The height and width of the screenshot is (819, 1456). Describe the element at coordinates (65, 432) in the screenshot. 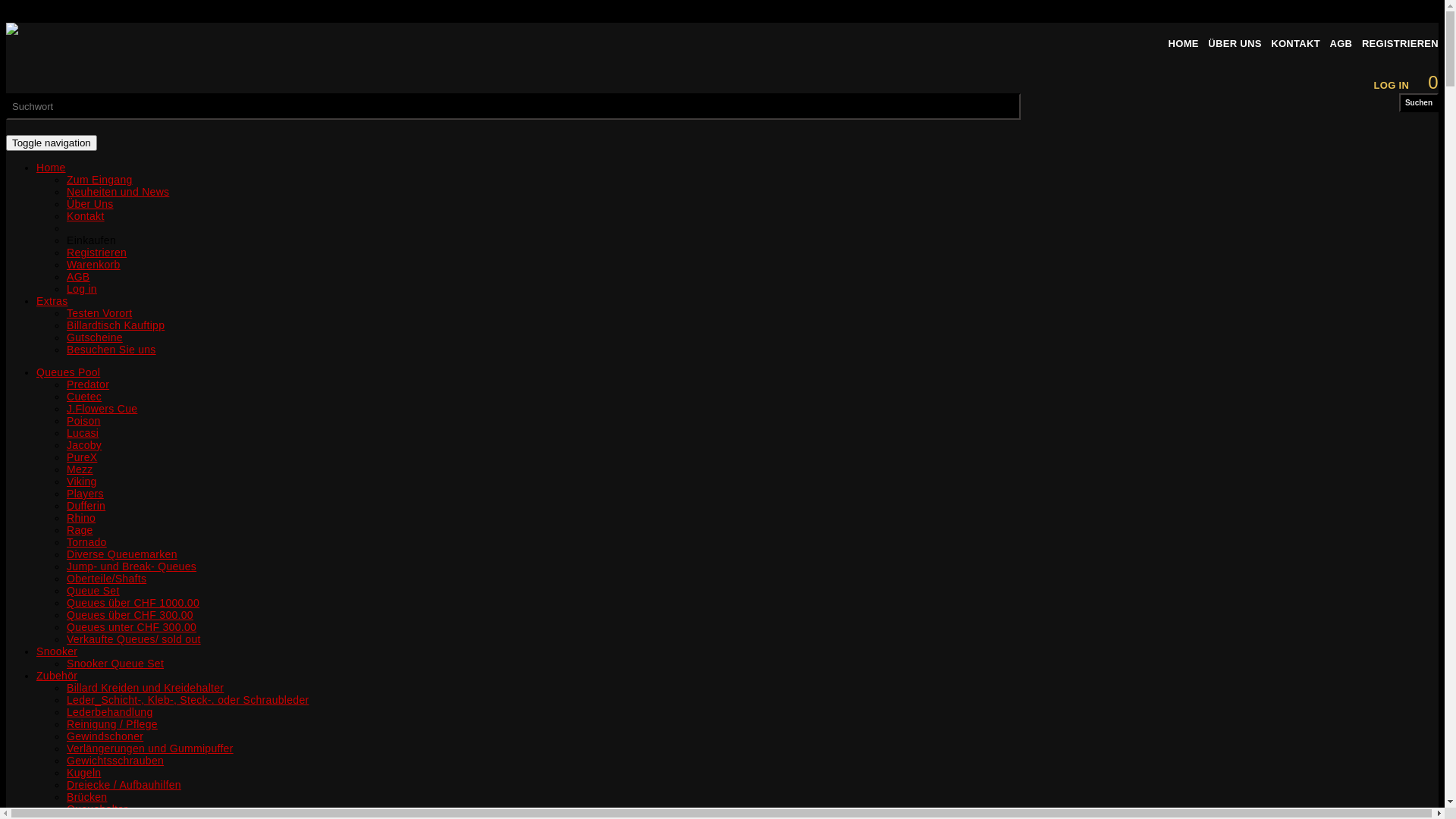

I see `'Lucasi'` at that location.